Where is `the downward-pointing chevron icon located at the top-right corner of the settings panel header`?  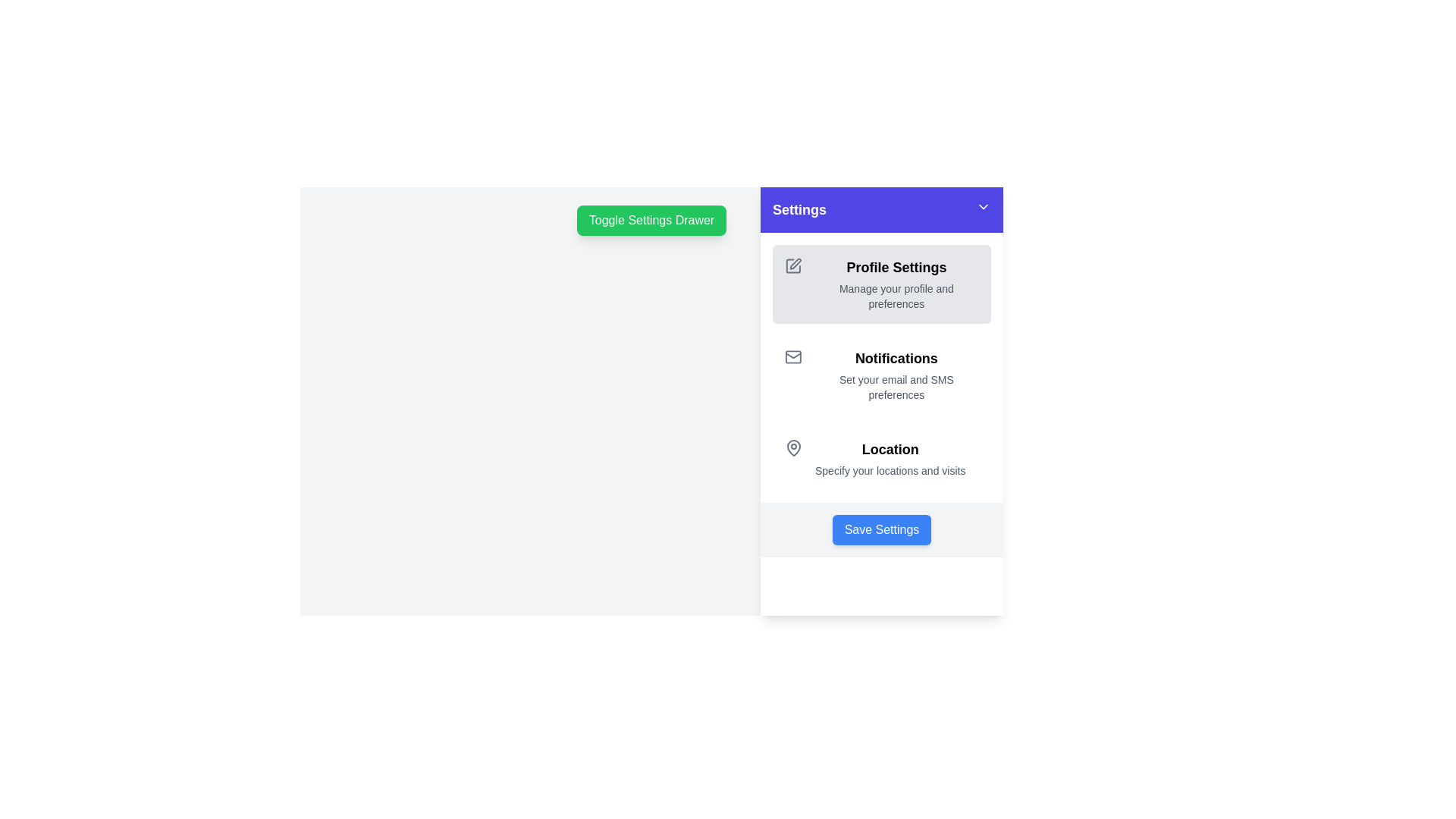
the downward-pointing chevron icon located at the top-right corner of the settings panel header is located at coordinates (983, 207).